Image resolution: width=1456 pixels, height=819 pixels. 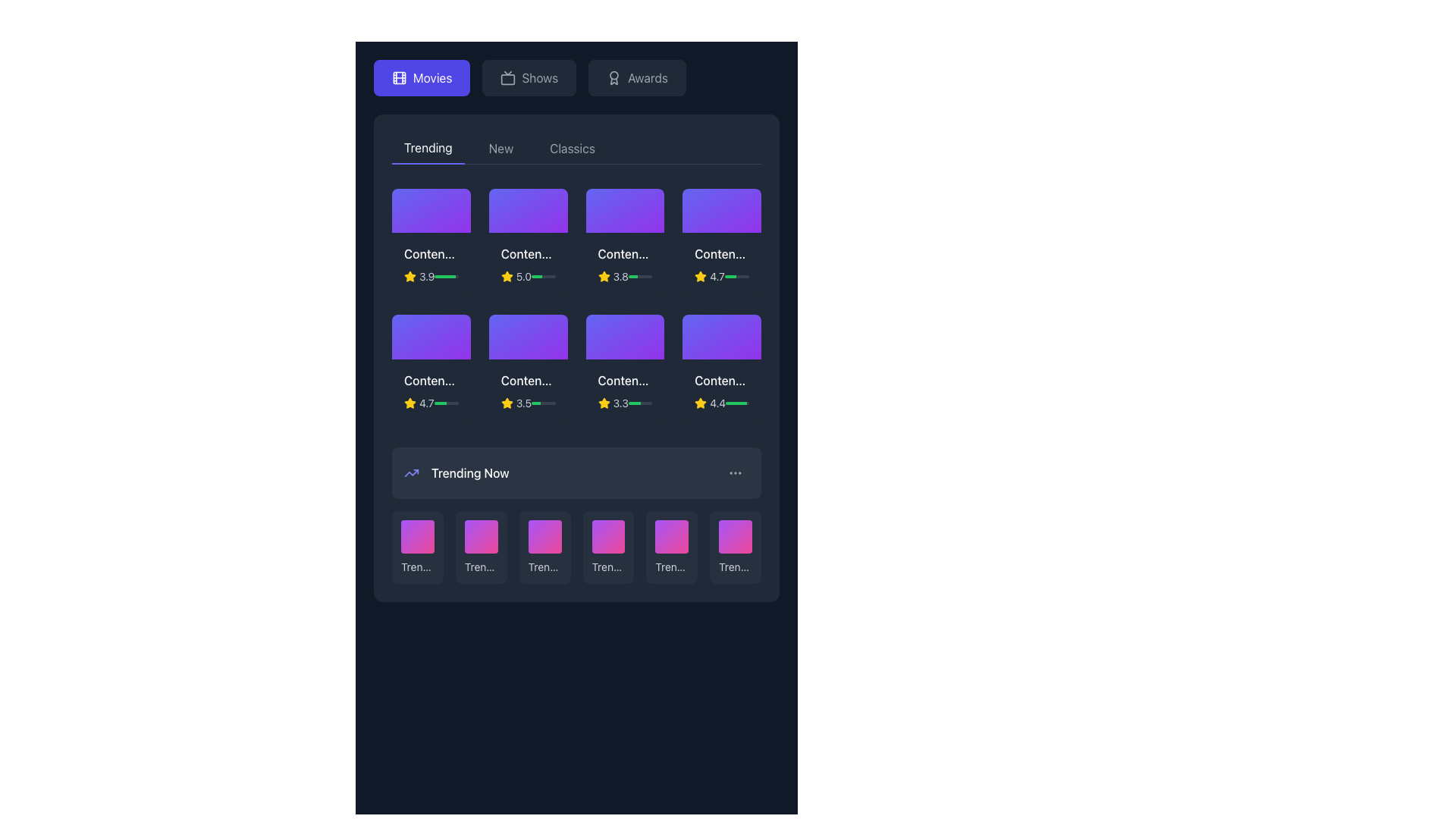 What do you see at coordinates (625, 390) in the screenshot?
I see `the card representing a movie or show in the second row, fourth column of the 'Trending' category to interact with it` at bounding box center [625, 390].